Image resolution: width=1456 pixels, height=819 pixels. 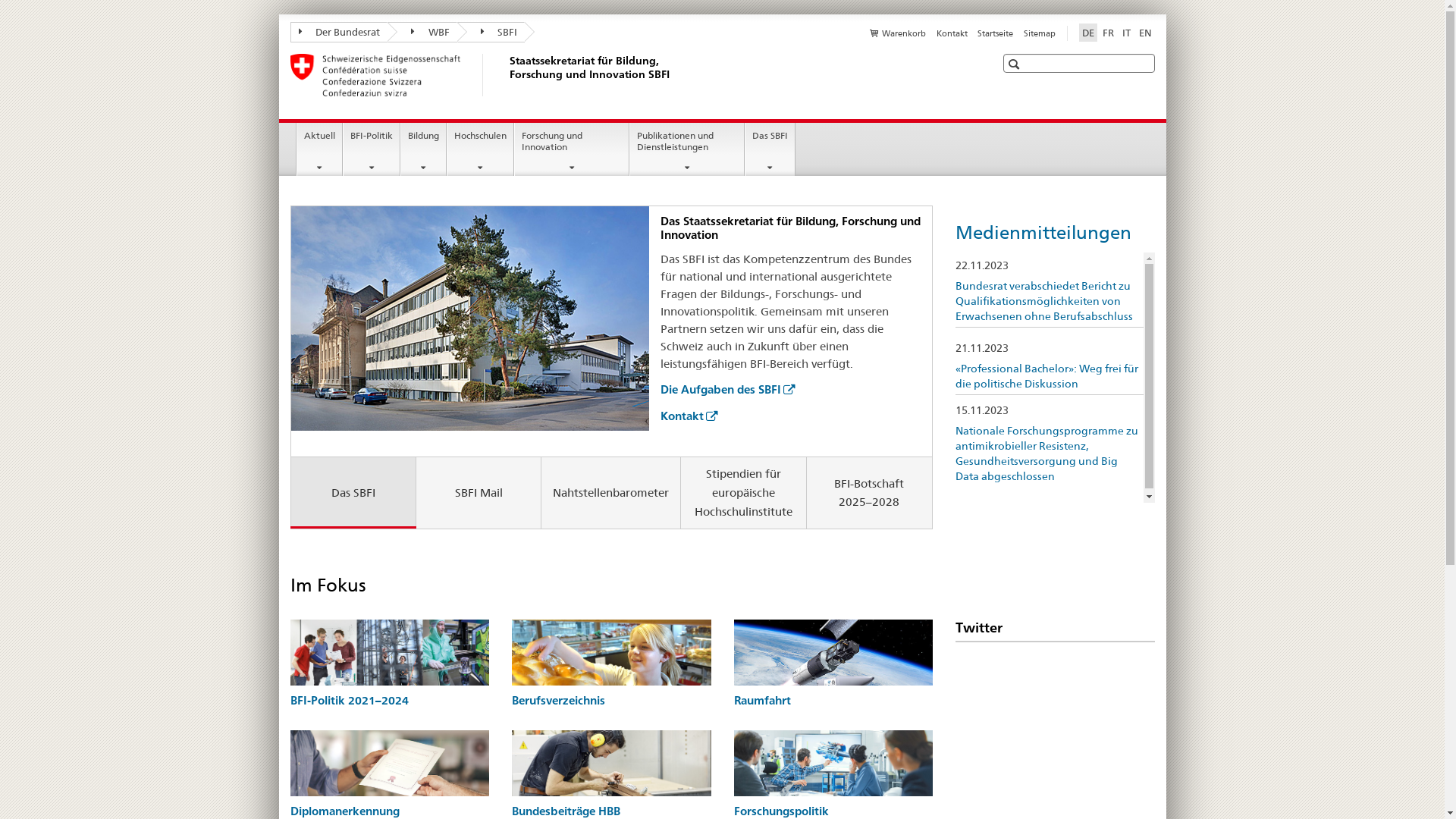 I want to click on 'BFI-Politik', so click(x=371, y=149).